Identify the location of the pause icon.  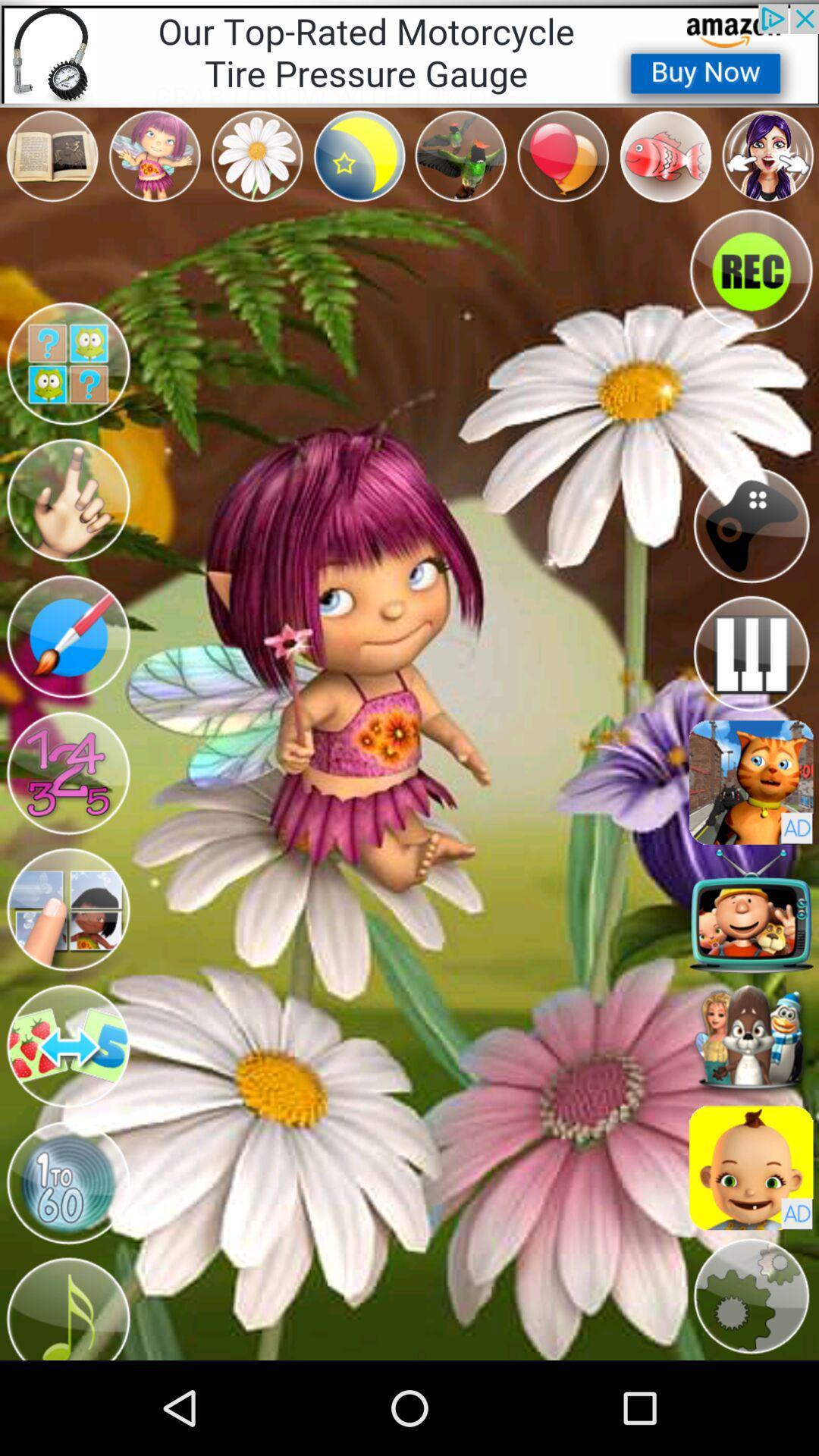
(751, 699).